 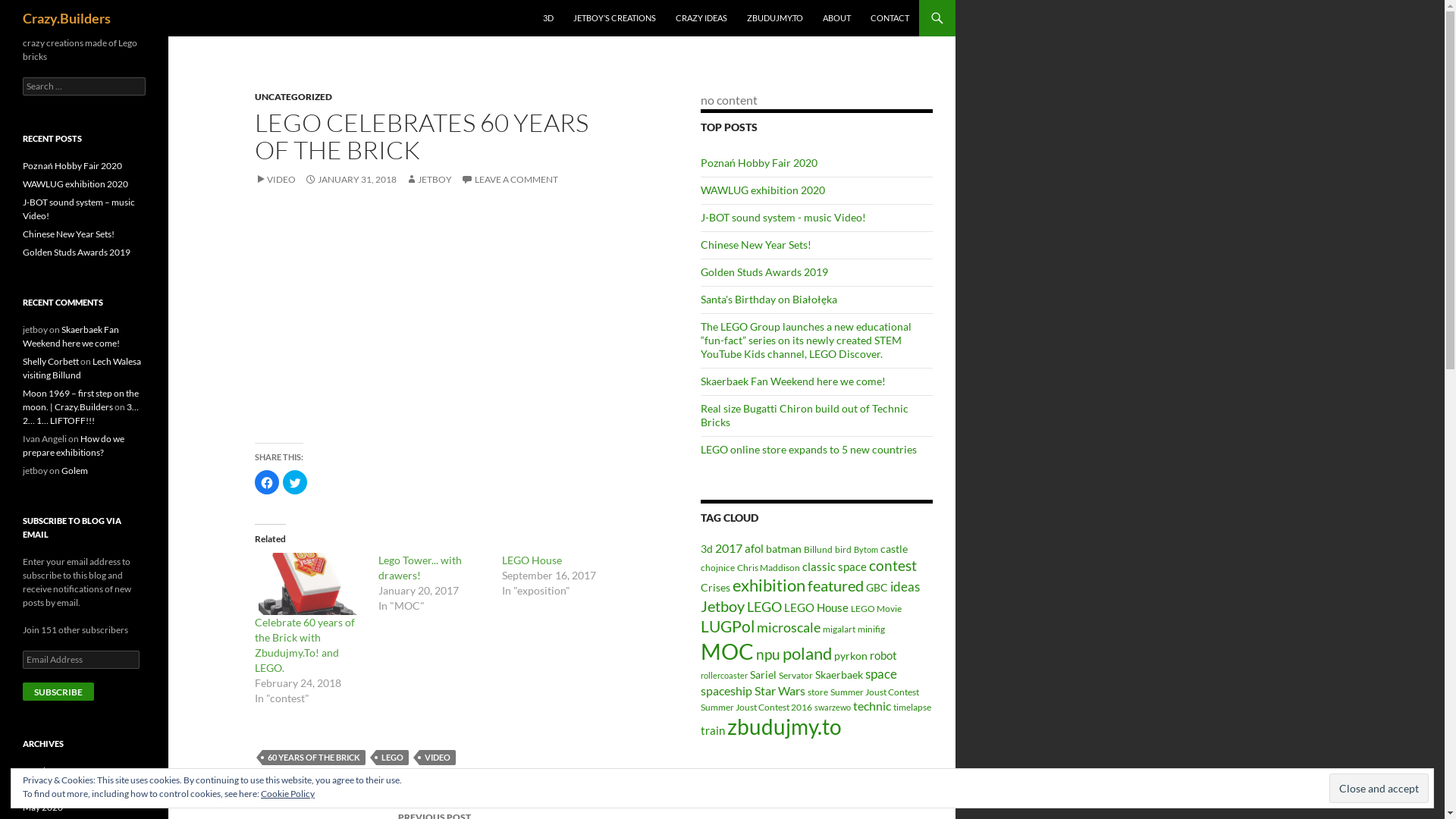 What do you see at coordinates (275, 178) in the screenshot?
I see `'VIDEO'` at bounding box center [275, 178].